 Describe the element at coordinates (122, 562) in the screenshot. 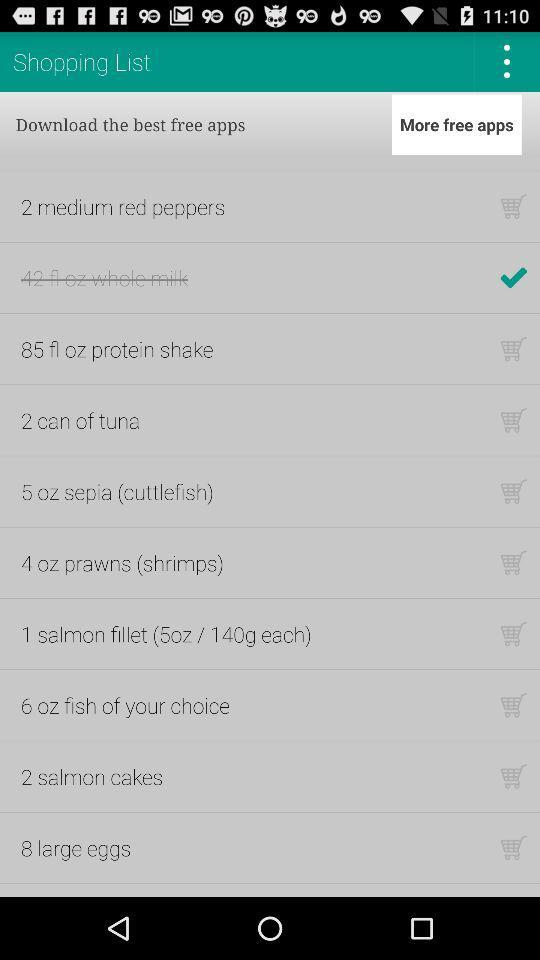

I see `icon below the 5 oz sepia` at that location.